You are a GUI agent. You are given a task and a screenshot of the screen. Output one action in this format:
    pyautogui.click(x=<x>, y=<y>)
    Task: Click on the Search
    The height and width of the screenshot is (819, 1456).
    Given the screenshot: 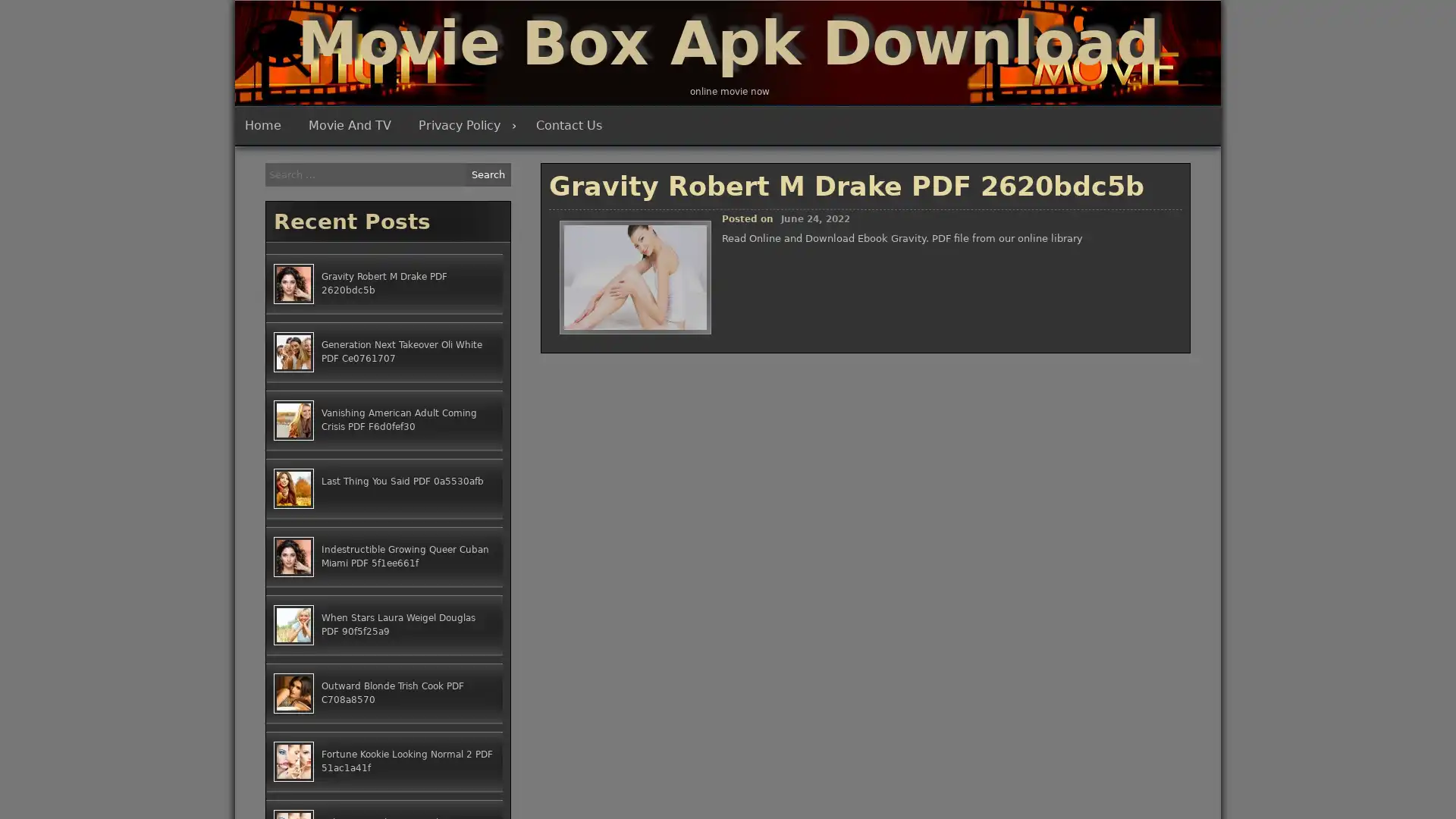 What is the action you would take?
    pyautogui.click(x=488, y=174)
    